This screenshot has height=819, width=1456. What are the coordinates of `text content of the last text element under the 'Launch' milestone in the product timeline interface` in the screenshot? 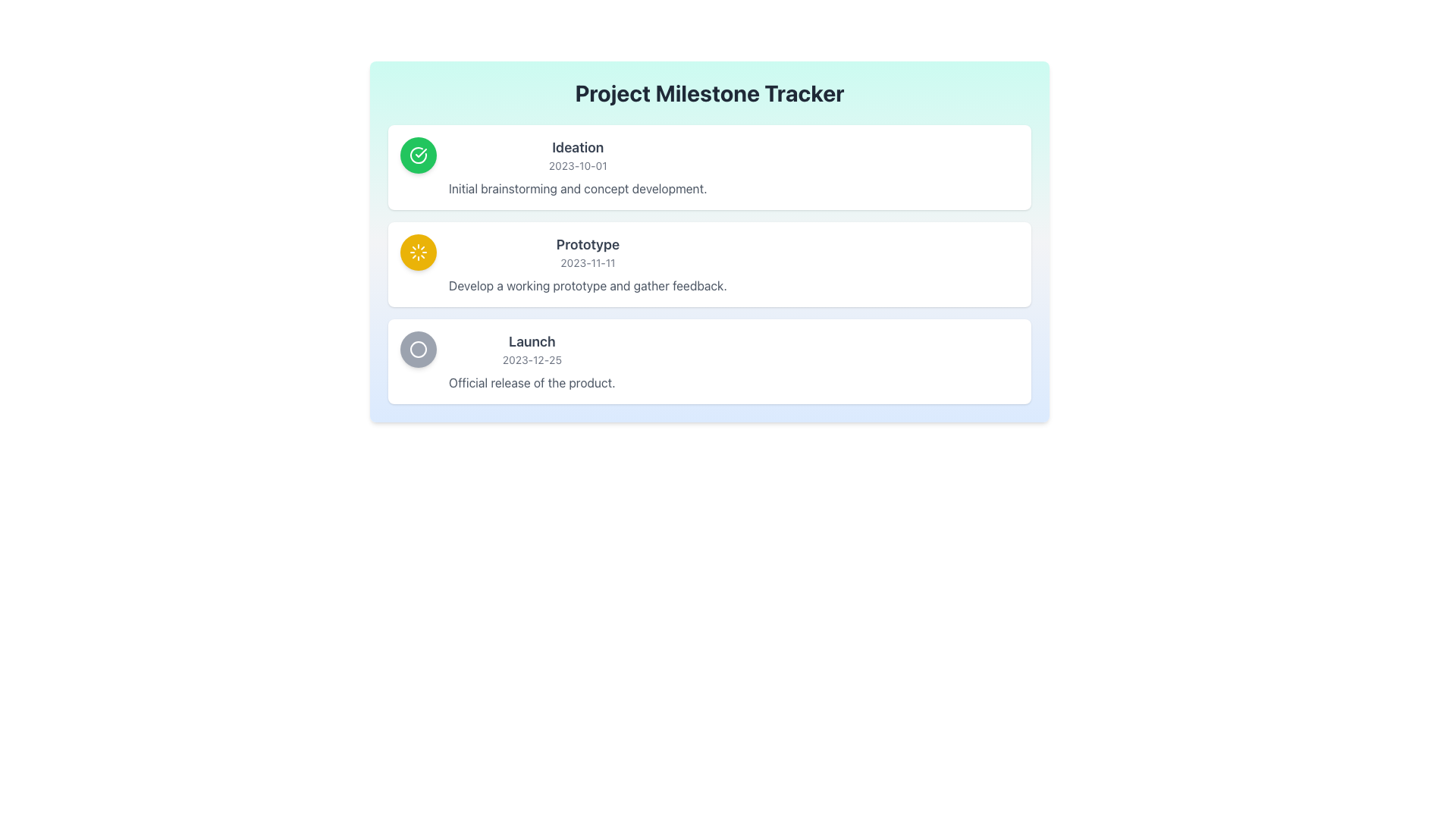 It's located at (532, 382).